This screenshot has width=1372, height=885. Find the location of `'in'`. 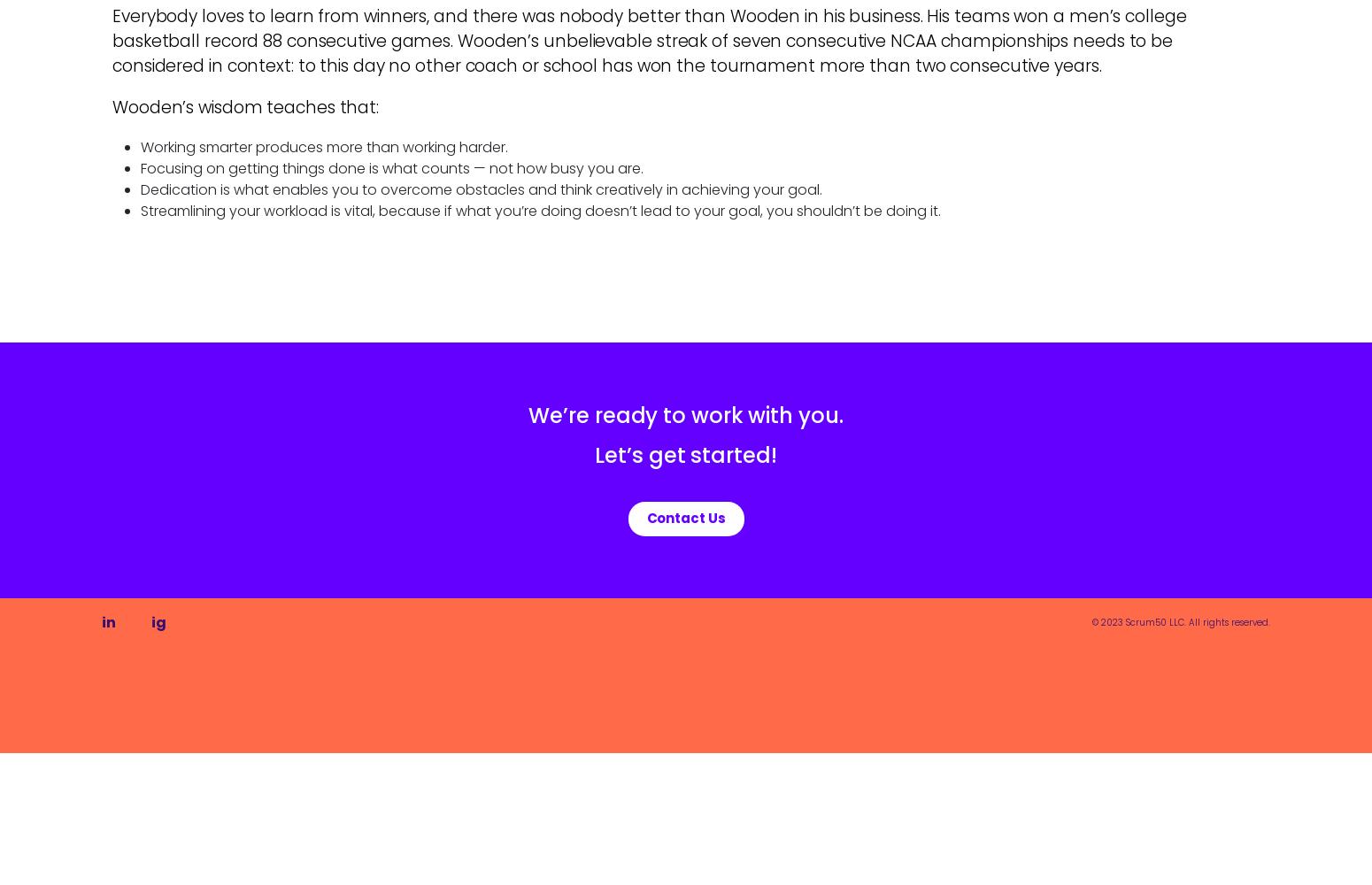

'in' is located at coordinates (109, 620).